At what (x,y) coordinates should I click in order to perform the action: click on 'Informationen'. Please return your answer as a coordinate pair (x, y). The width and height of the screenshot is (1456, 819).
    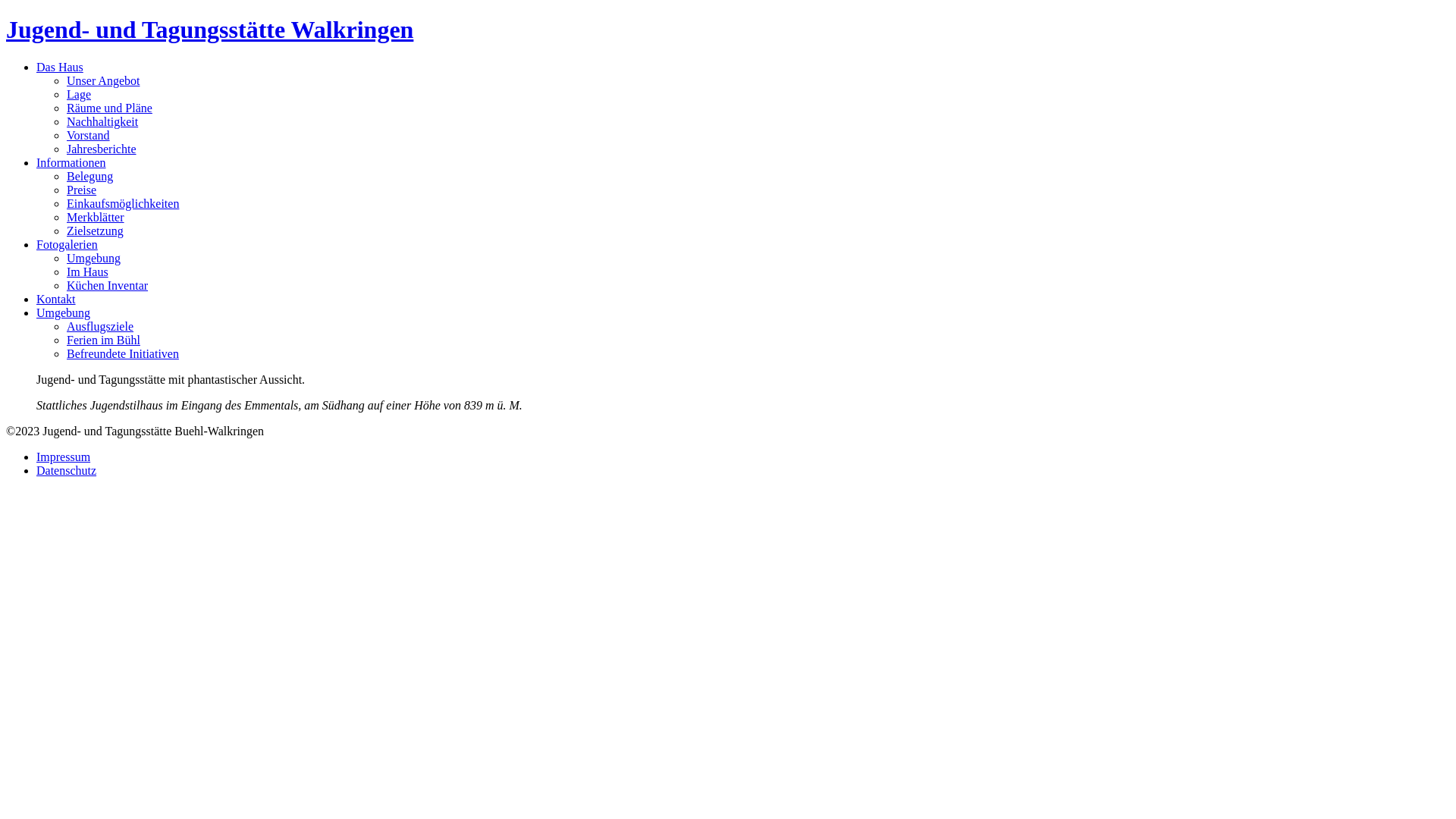
    Looking at the image, I should click on (71, 162).